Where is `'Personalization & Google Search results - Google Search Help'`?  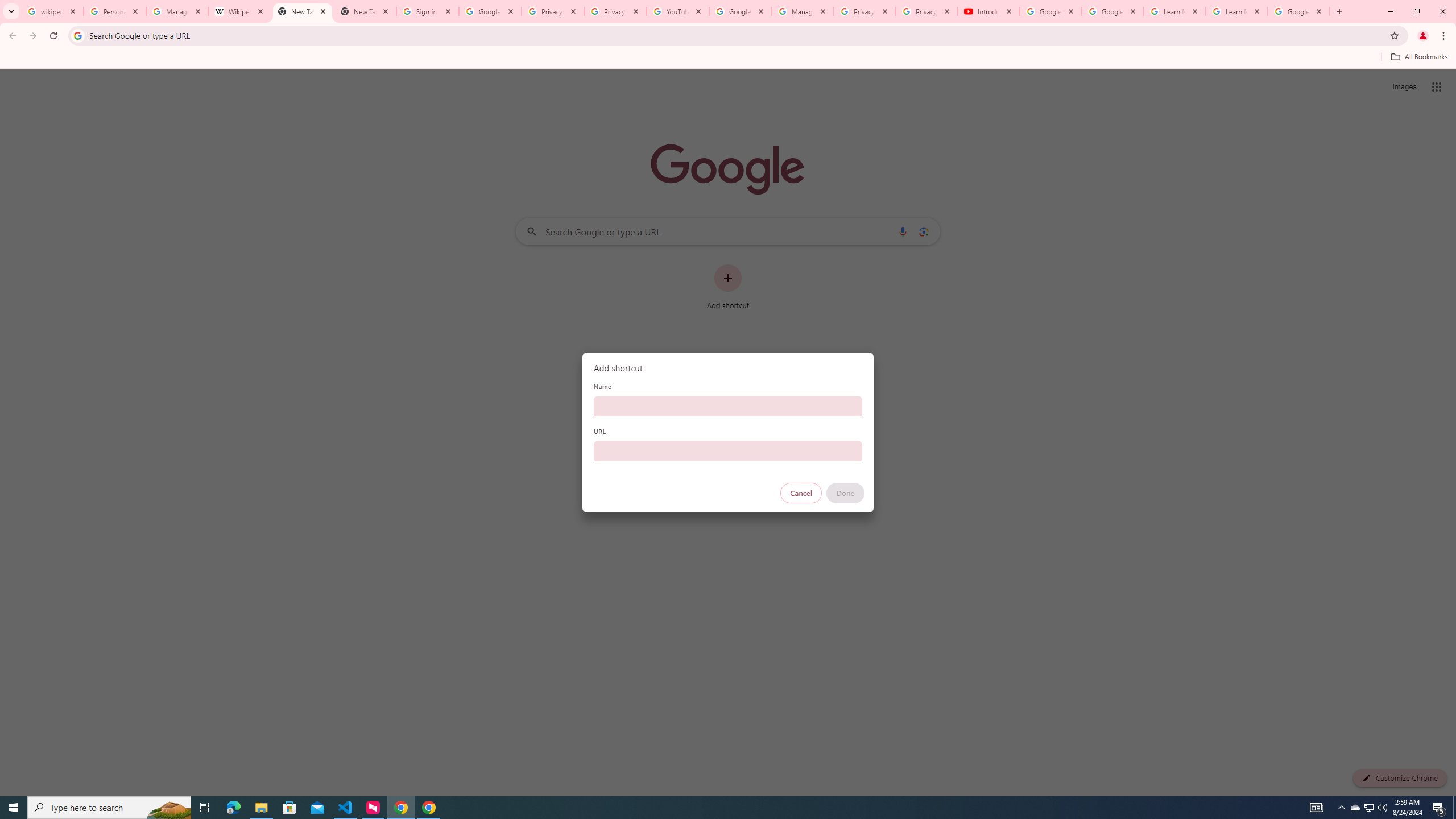
'Personalization & Google Search results - Google Search Help' is located at coordinates (114, 11).